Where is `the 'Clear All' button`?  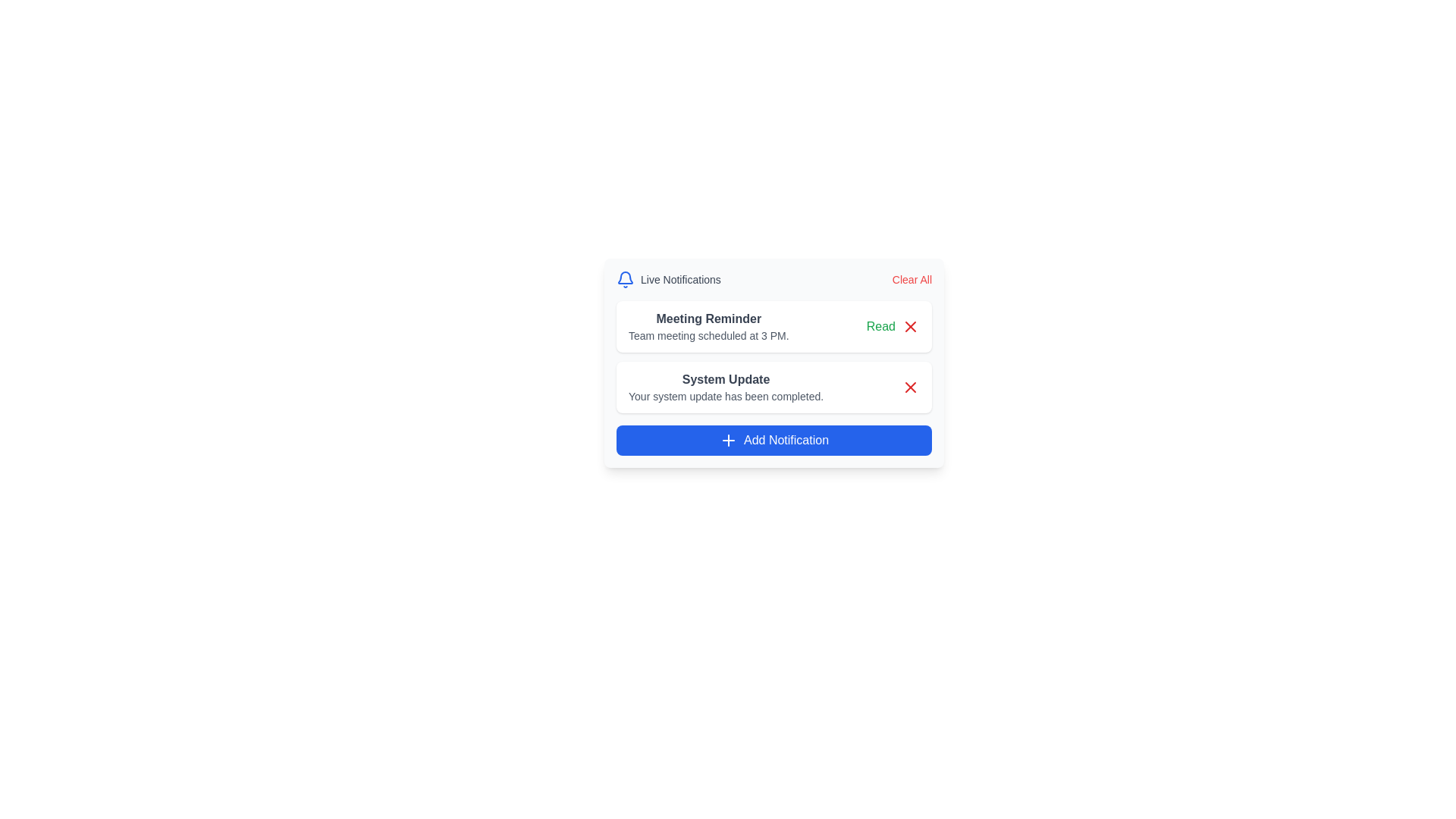
the 'Clear All' button is located at coordinates (911, 280).